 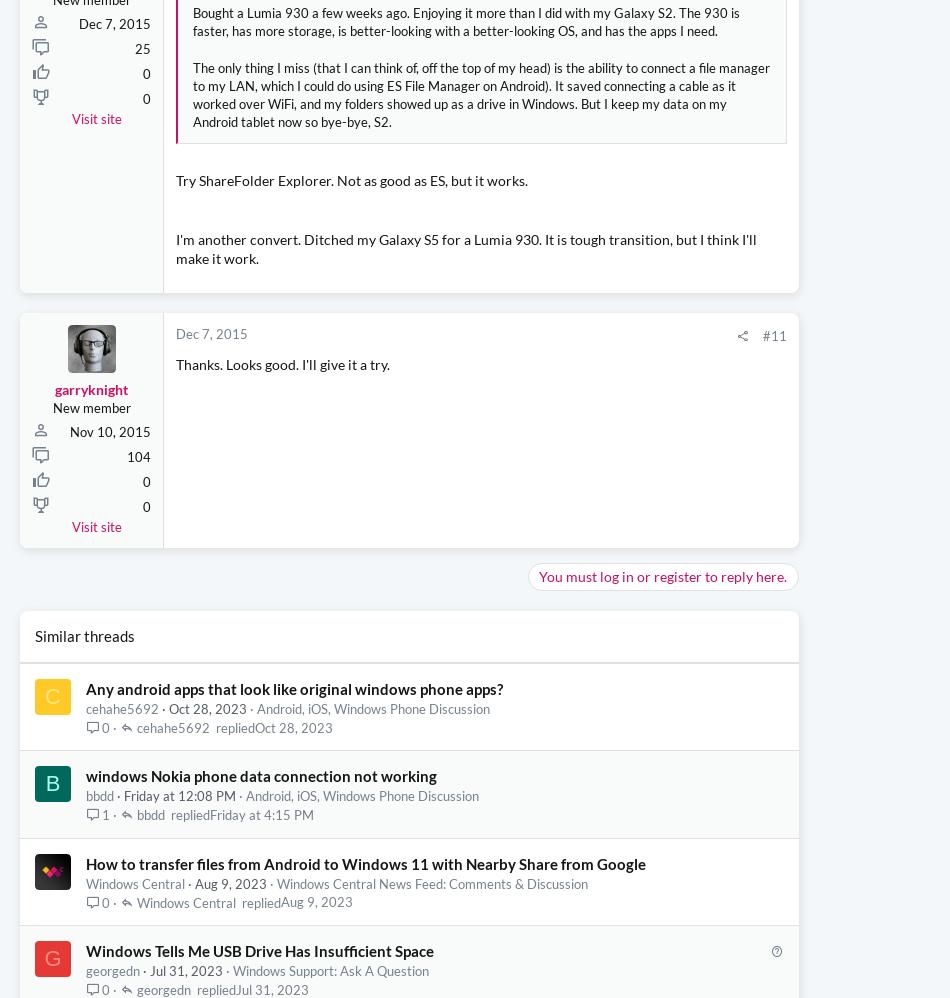 What do you see at coordinates (138, 622) in the screenshot?
I see `'104'` at bounding box center [138, 622].